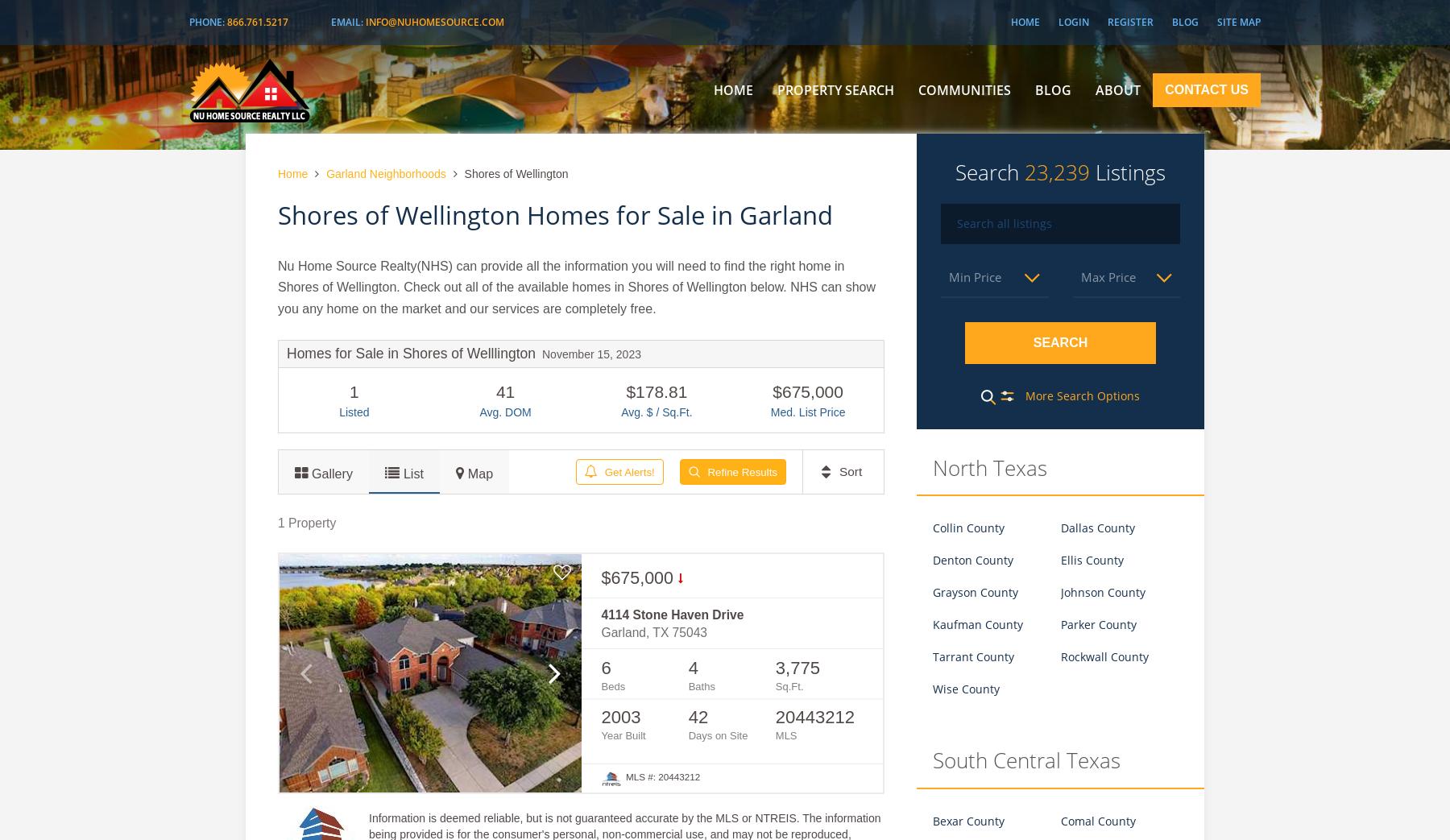 Image resolution: width=1450 pixels, height=840 pixels. What do you see at coordinates (1127, 172) in the screenshot?
I see `'Listings'` at bounding box center [1127, 172].